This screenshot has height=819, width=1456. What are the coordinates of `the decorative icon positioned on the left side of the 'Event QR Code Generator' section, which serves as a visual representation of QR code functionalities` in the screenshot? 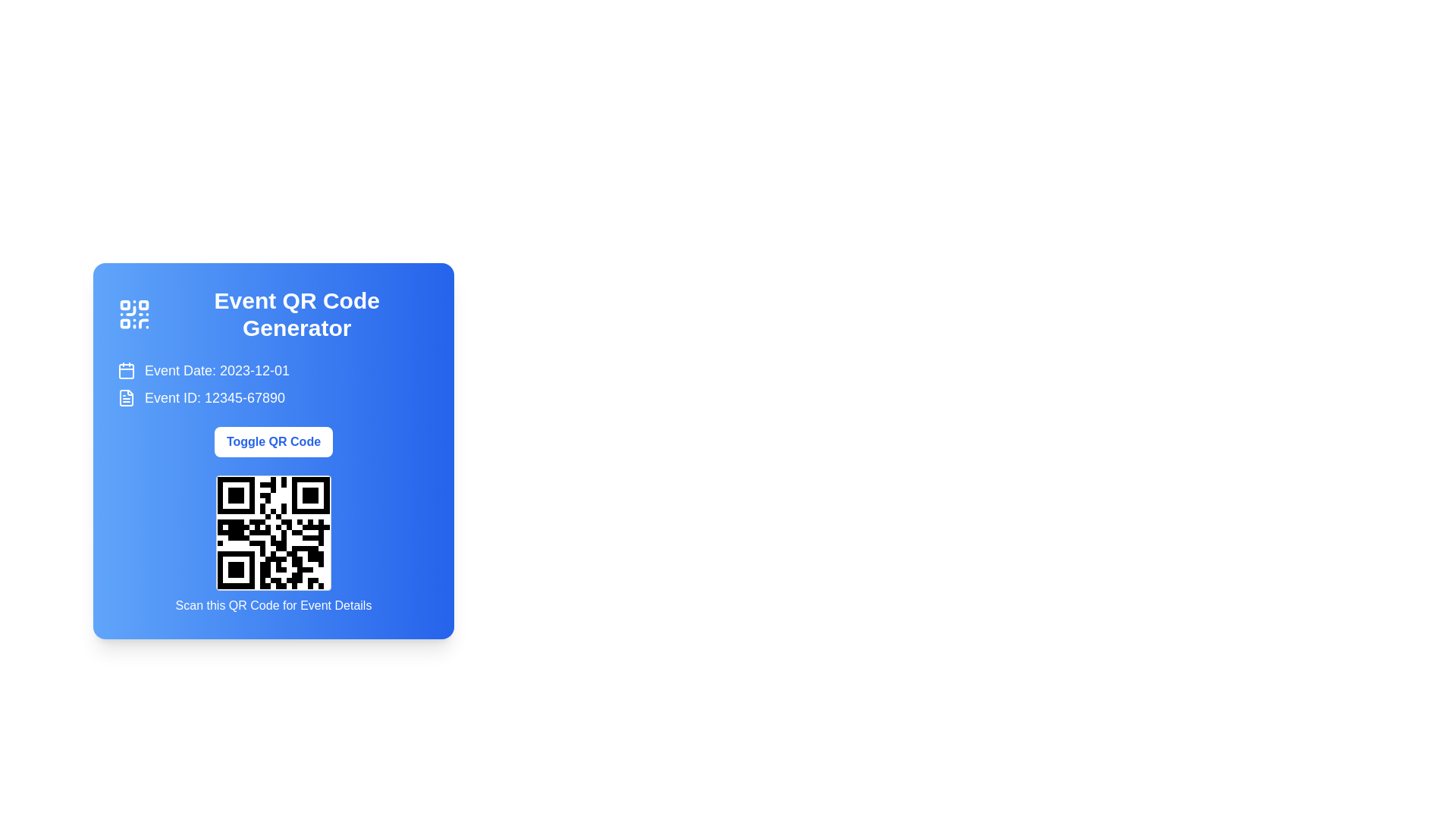 It's located at (134, 314).